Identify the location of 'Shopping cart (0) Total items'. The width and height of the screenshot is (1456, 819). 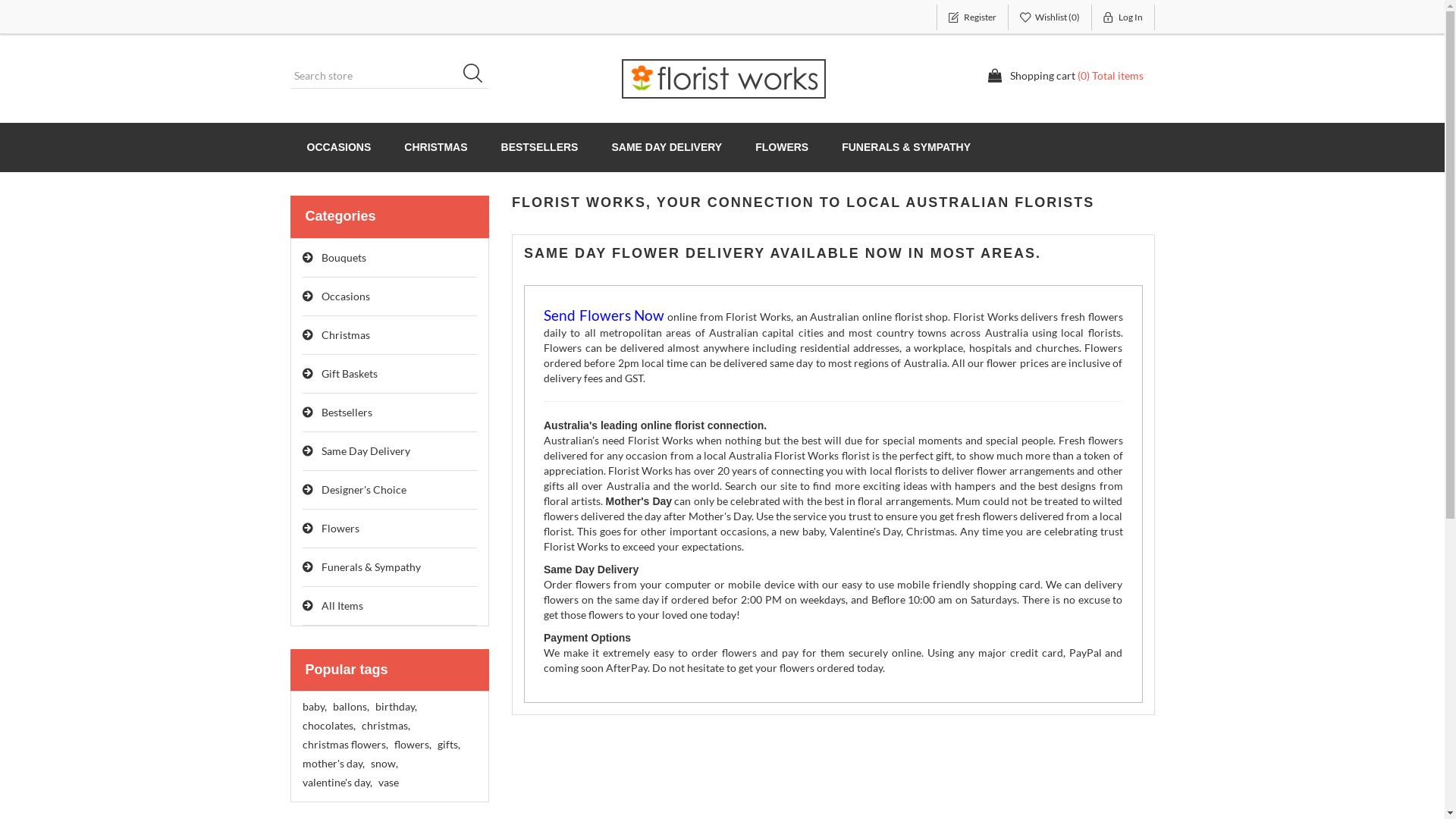
(1065, 76).